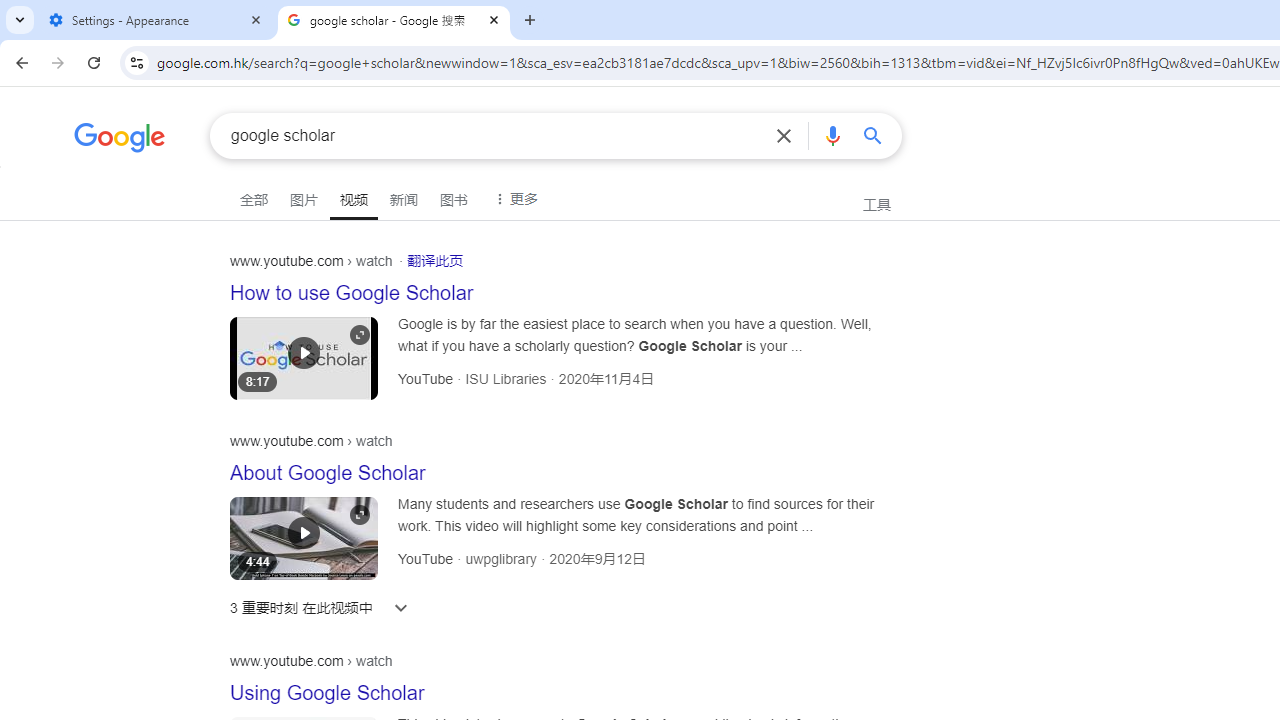  Describe the element at coordinates (513, 197) in the screenshot. I see `'More Filters'` at that location.